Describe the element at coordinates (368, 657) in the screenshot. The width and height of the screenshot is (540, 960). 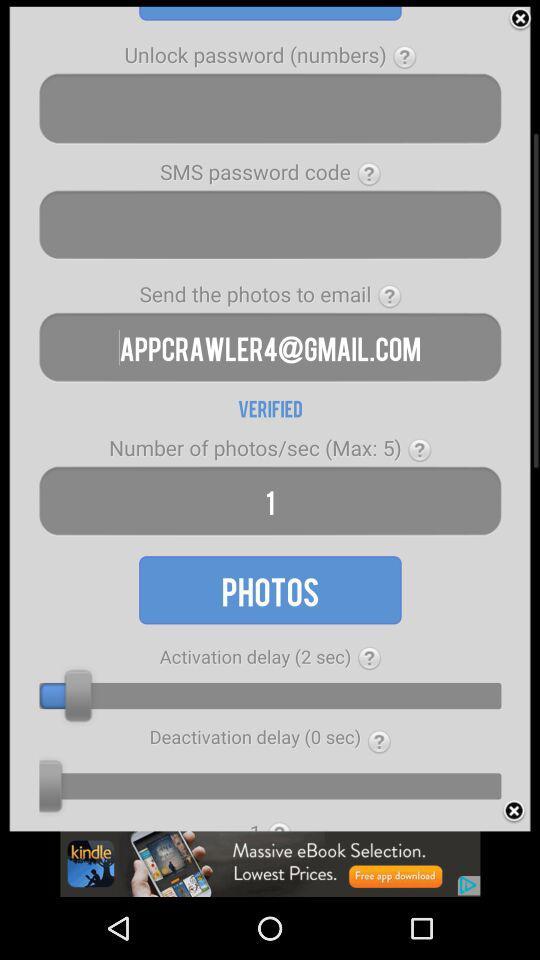
I see `see more information` at that location.